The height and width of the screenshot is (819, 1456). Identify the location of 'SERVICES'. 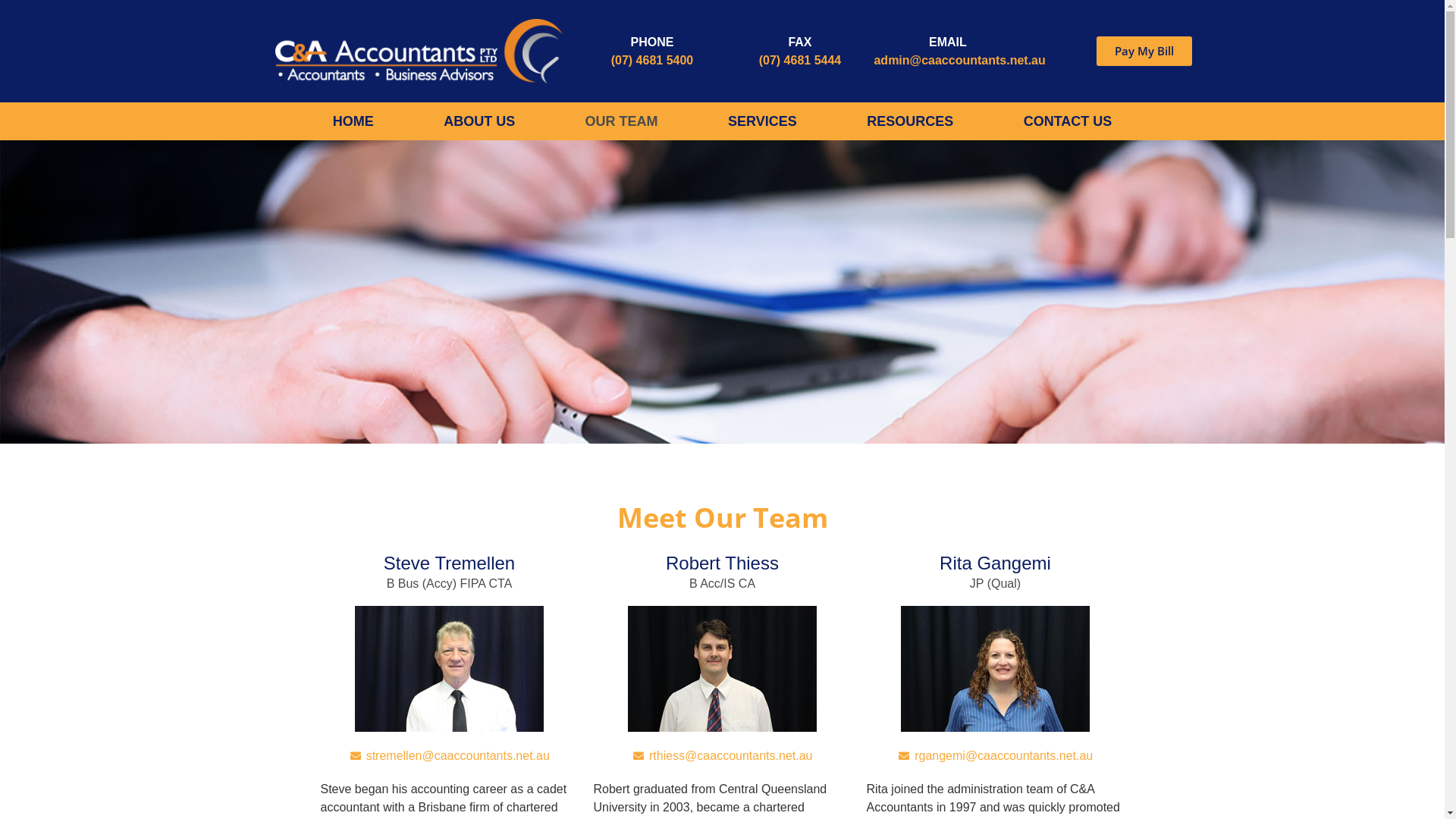
(762, 120).